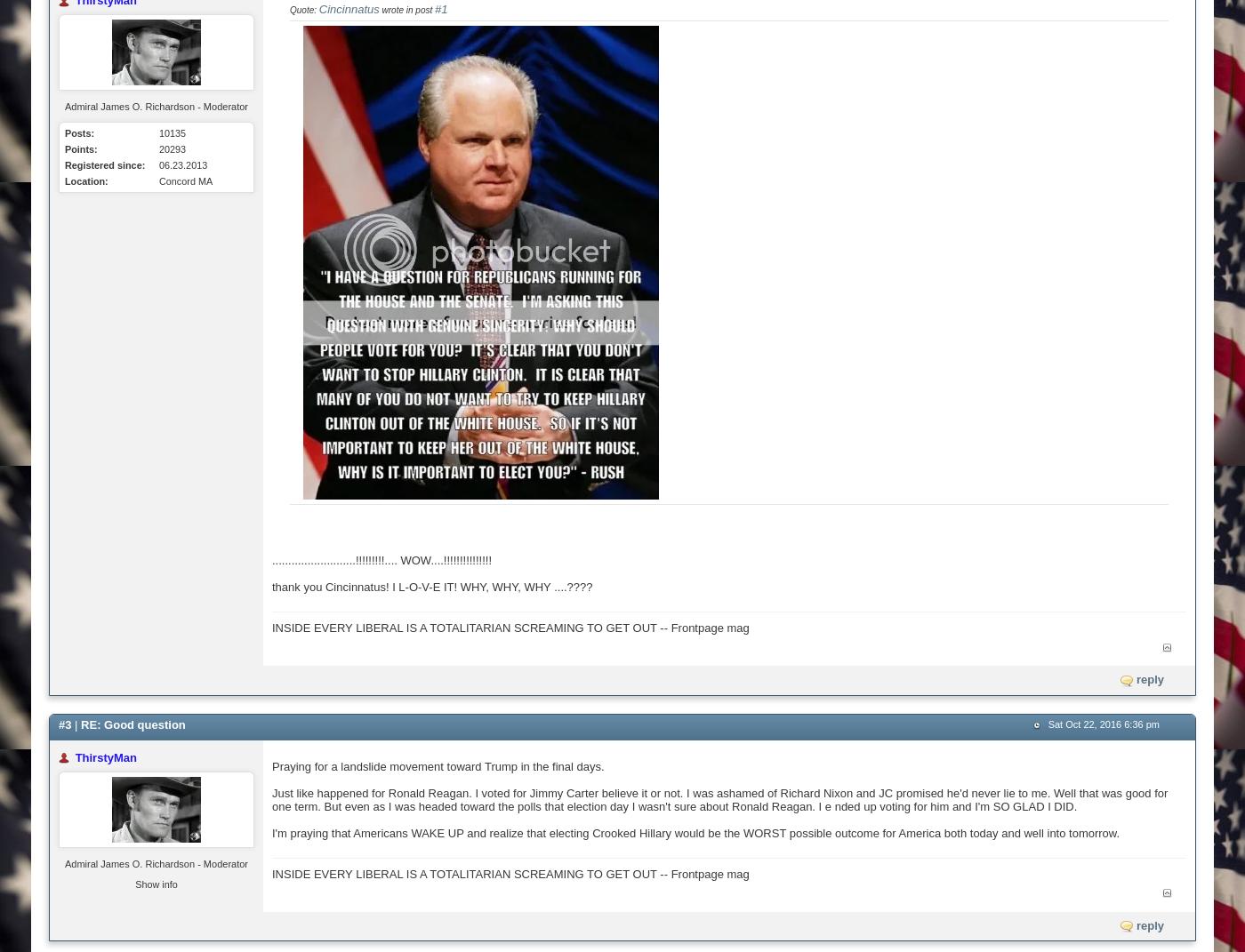 The height and width of the screenshot is (952, 1245). Describe the element at coordinates (1103, 722) in the screenshot. I see `'Sat Oct 22, 2016 6:36 pm'` at that location.